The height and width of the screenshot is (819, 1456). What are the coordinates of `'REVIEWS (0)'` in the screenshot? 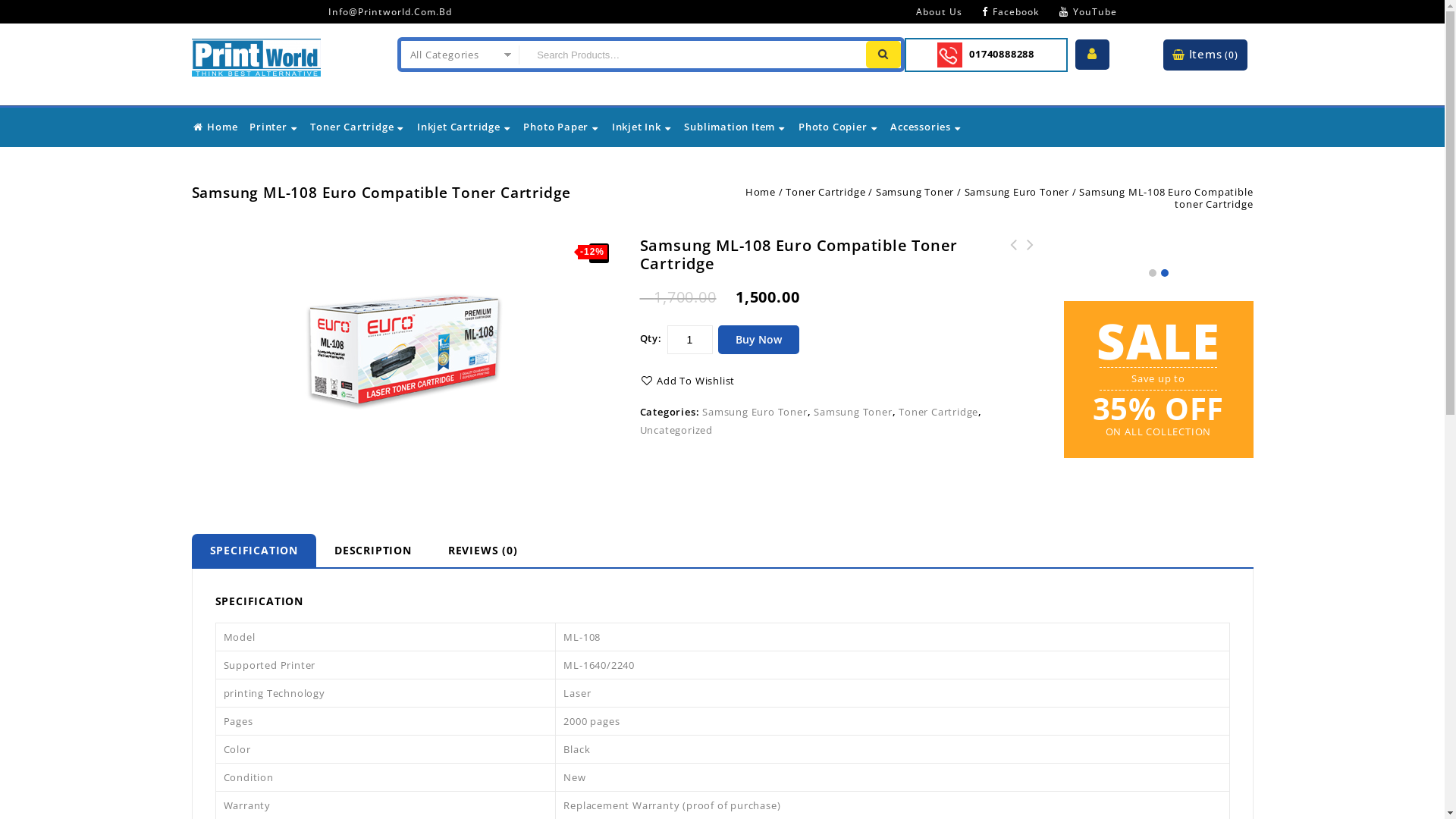 It's located at (482, 550).